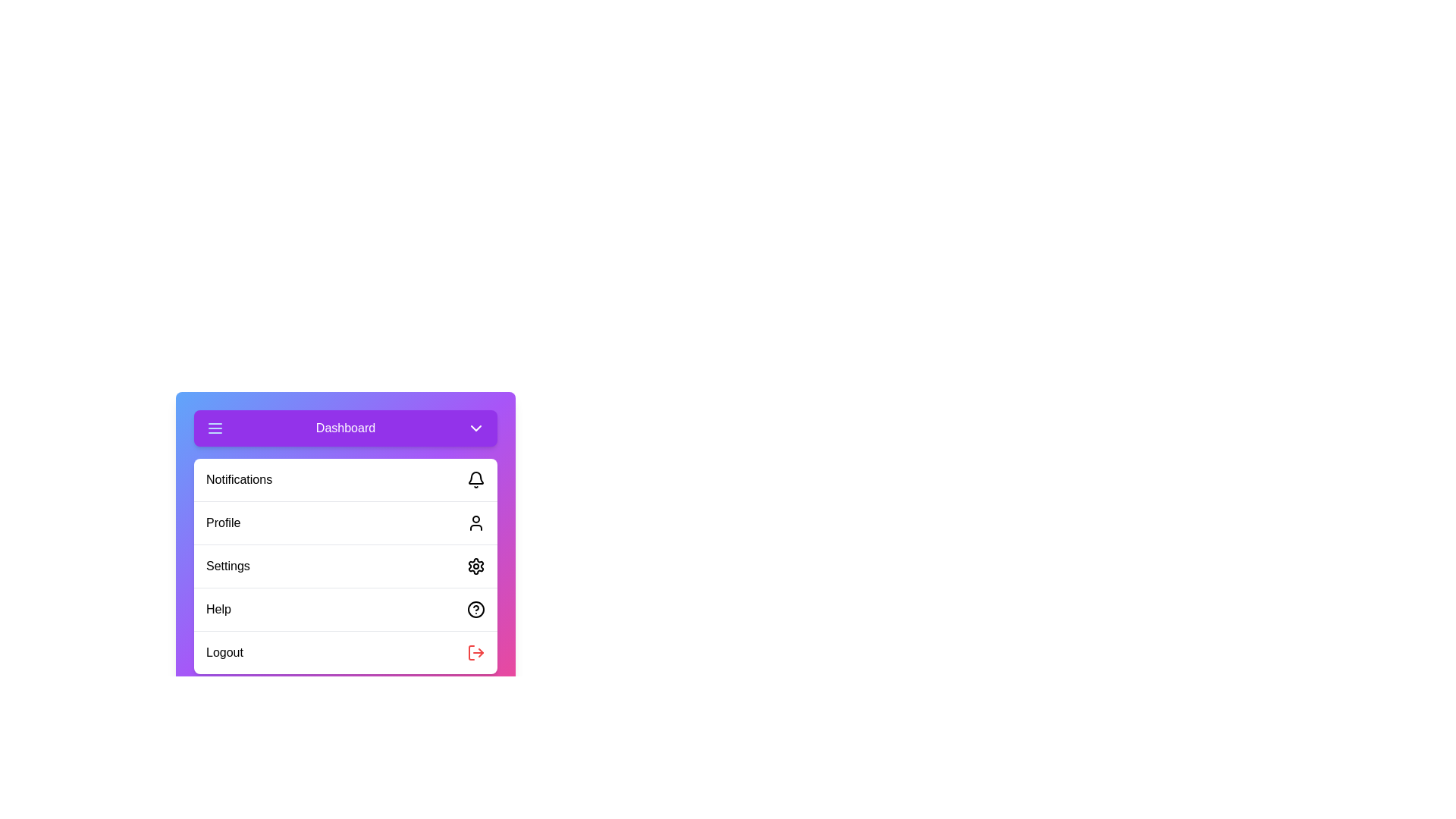 The image size is (1456, 819). Describe the element at coordinates (345, 479) in the screenshot. I see `the menu item labeled Notifications to view its hover effect` at that location.